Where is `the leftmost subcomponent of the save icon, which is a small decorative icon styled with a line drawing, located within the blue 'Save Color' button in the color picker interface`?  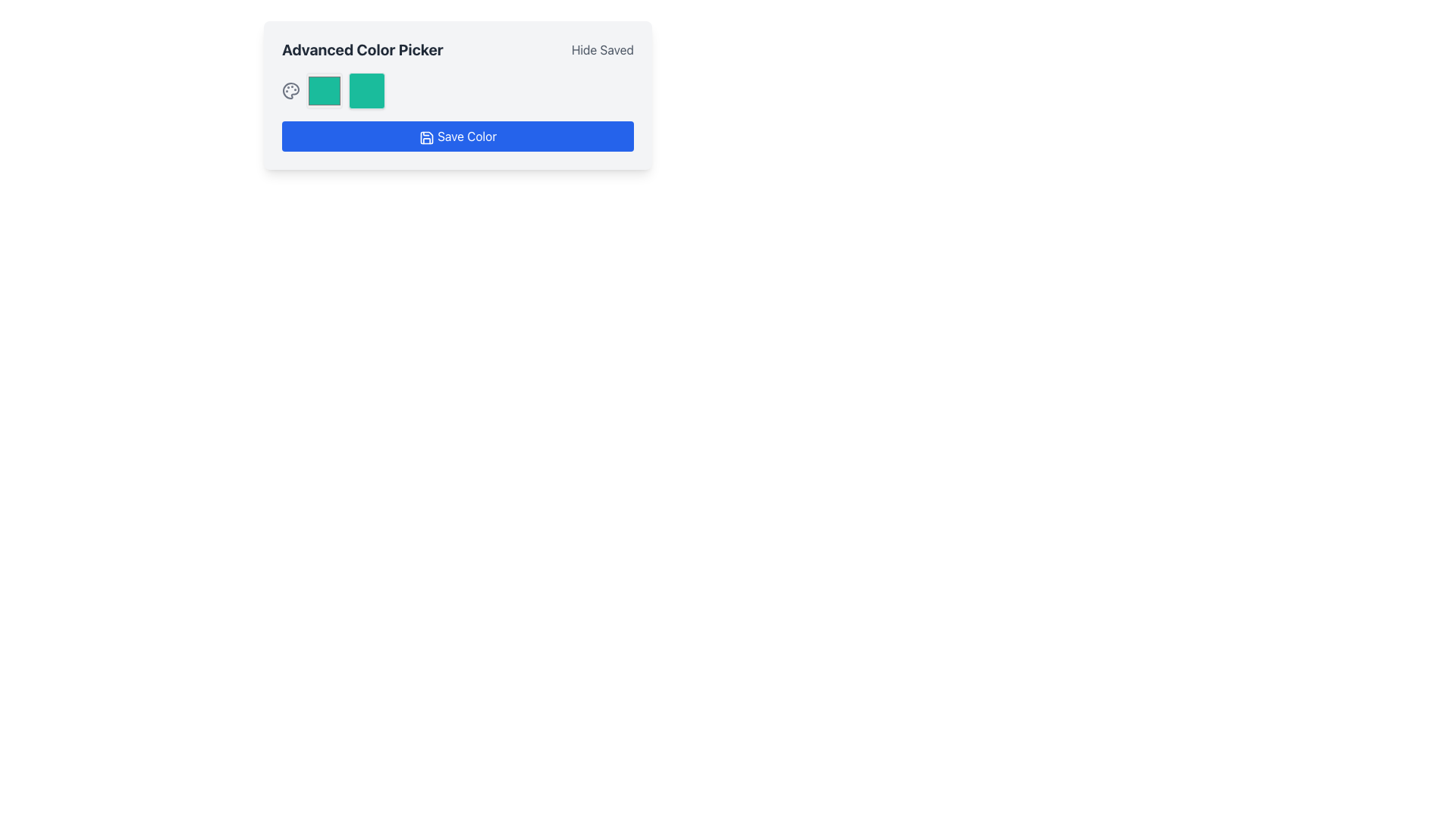 the leftmost subcomponent of the save icon, which is a small decorative icon styled with a line drawing, located within the blue 'Save Color' button in the color picker interface is located at coordinates (425, 137).